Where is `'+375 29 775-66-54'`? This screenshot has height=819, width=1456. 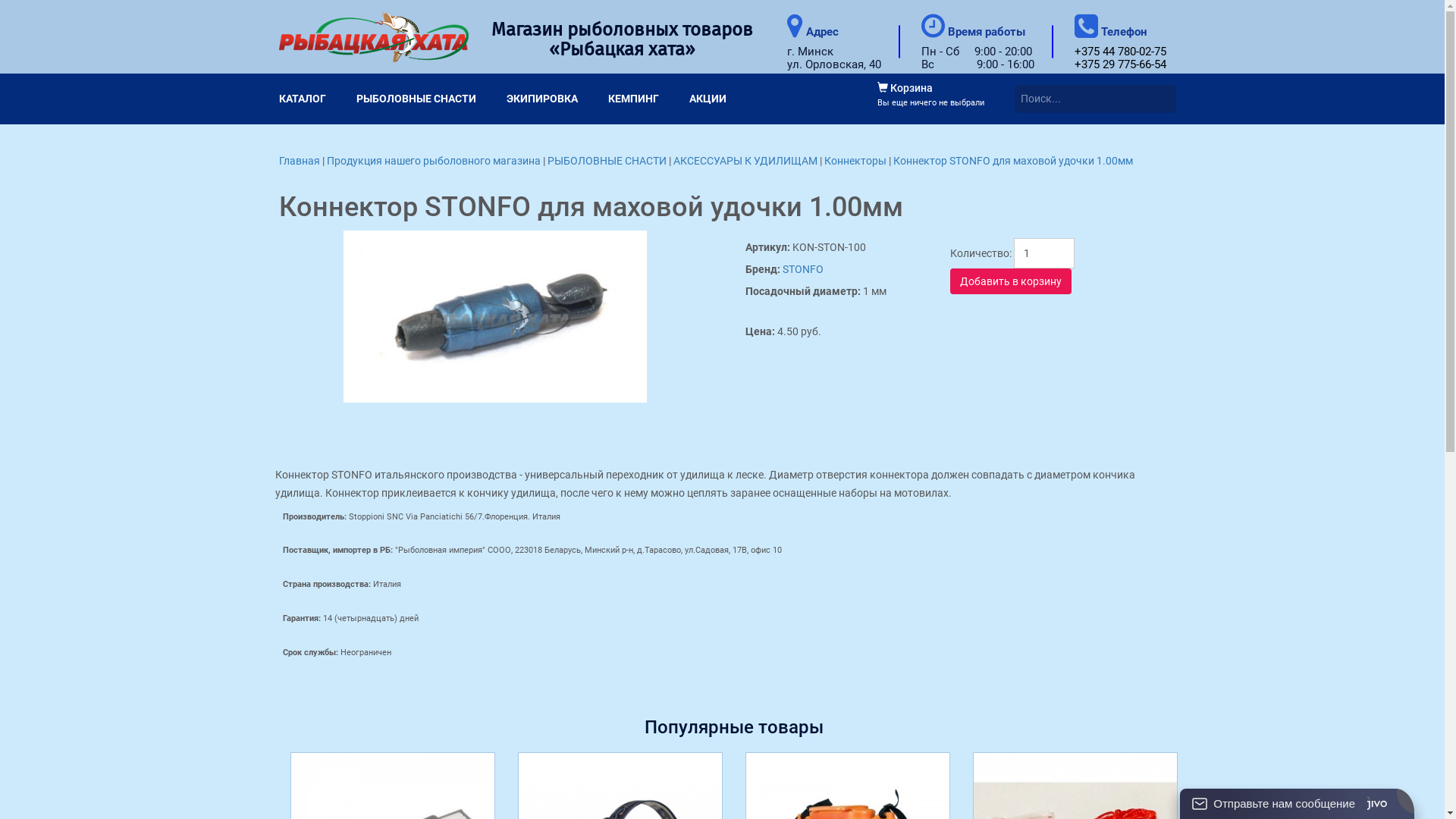 '+375 29 775-66-54' is located at coordinates (1073, 63).